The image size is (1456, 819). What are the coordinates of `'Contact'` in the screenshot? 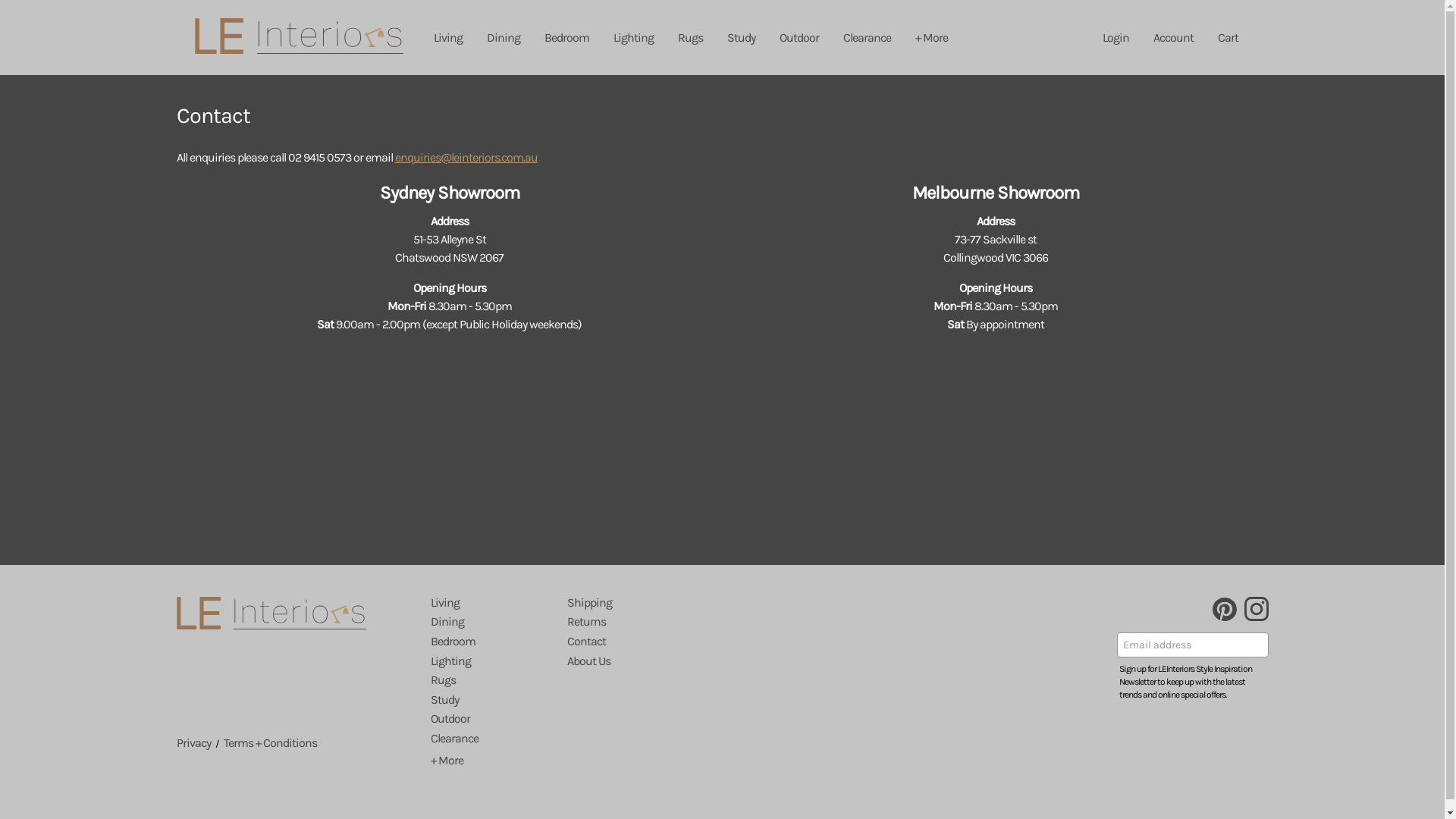 It's located at (585, 641).